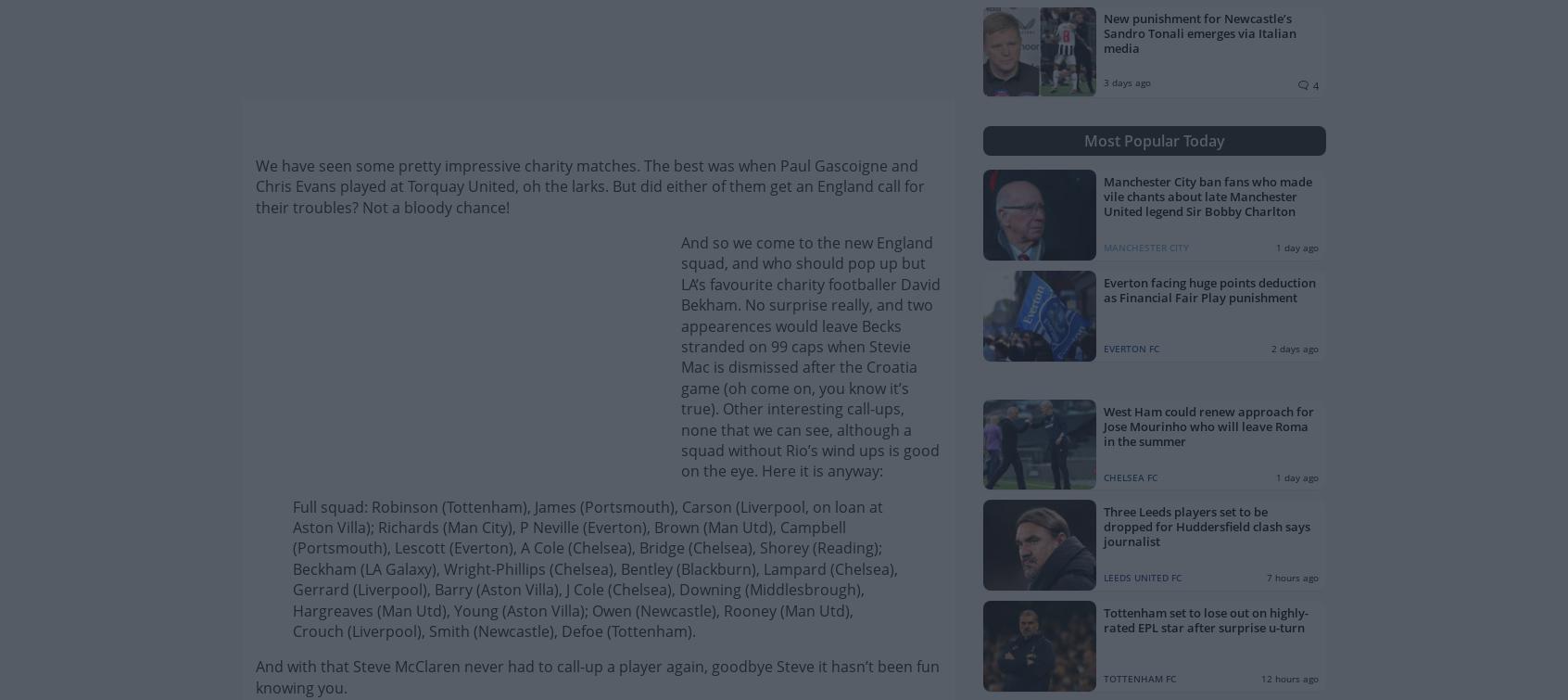 The height and width of the screenshot is (700, 1568). I want to click on 'Manchester City', so click(1102, 248).